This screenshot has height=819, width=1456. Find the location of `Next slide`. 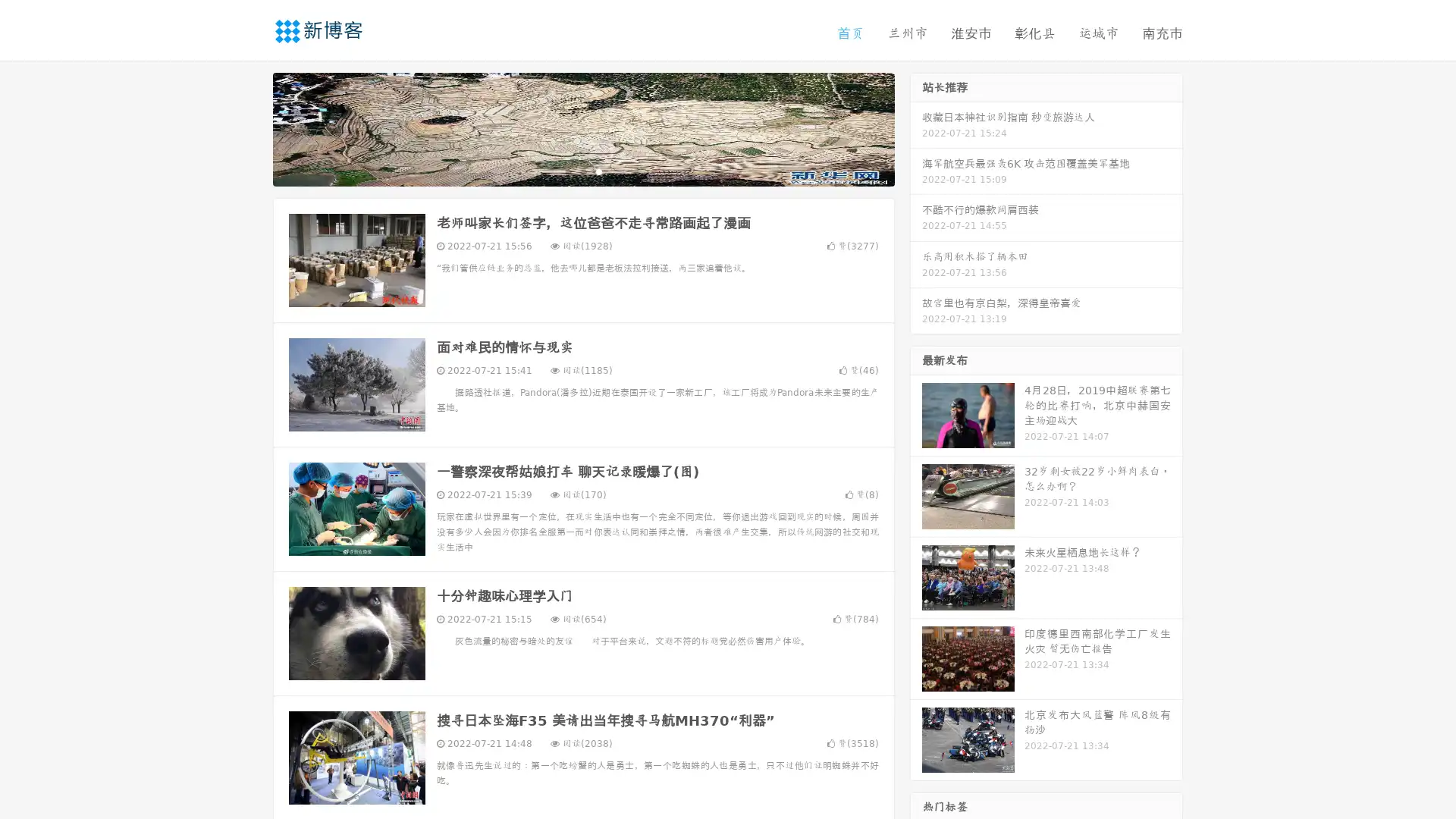

Next slide is located at coordinates (916, 127).